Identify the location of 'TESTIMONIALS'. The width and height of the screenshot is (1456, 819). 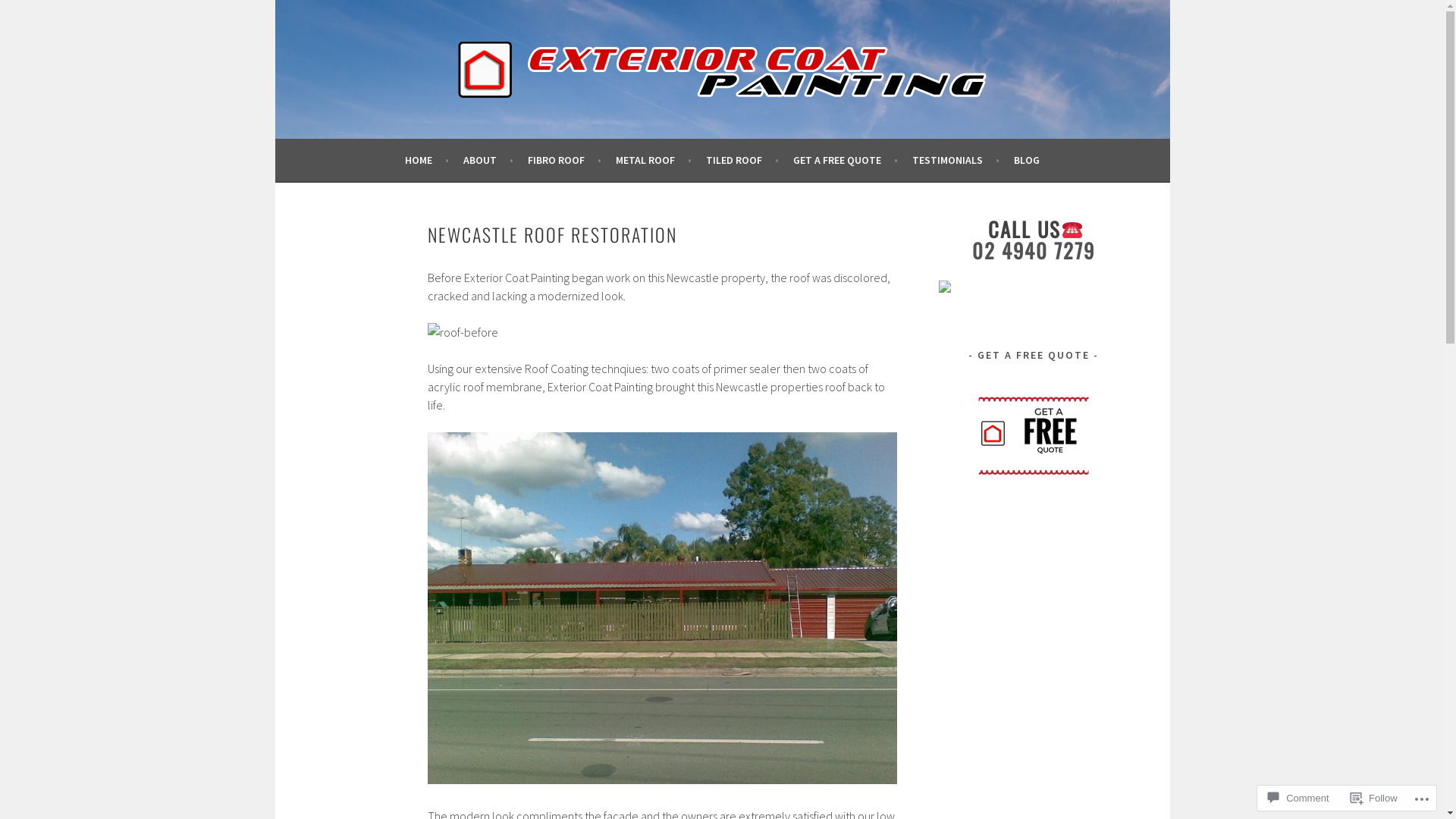
(955, 160).